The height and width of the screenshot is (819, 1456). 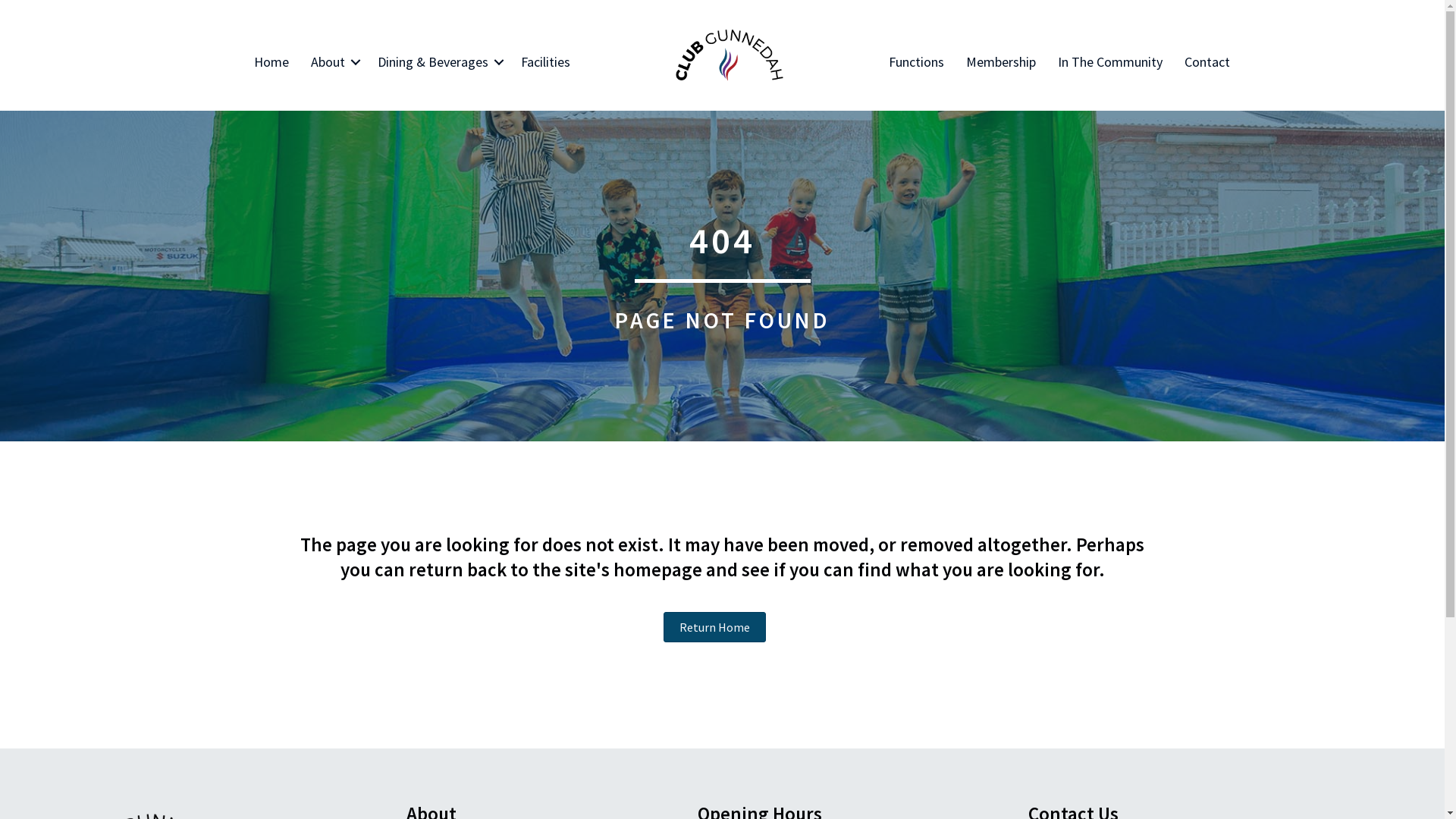 What do you see at coordinates (714, 626) in the screenshot?
I see `'Return Home'` at bounding box center [714, 626].